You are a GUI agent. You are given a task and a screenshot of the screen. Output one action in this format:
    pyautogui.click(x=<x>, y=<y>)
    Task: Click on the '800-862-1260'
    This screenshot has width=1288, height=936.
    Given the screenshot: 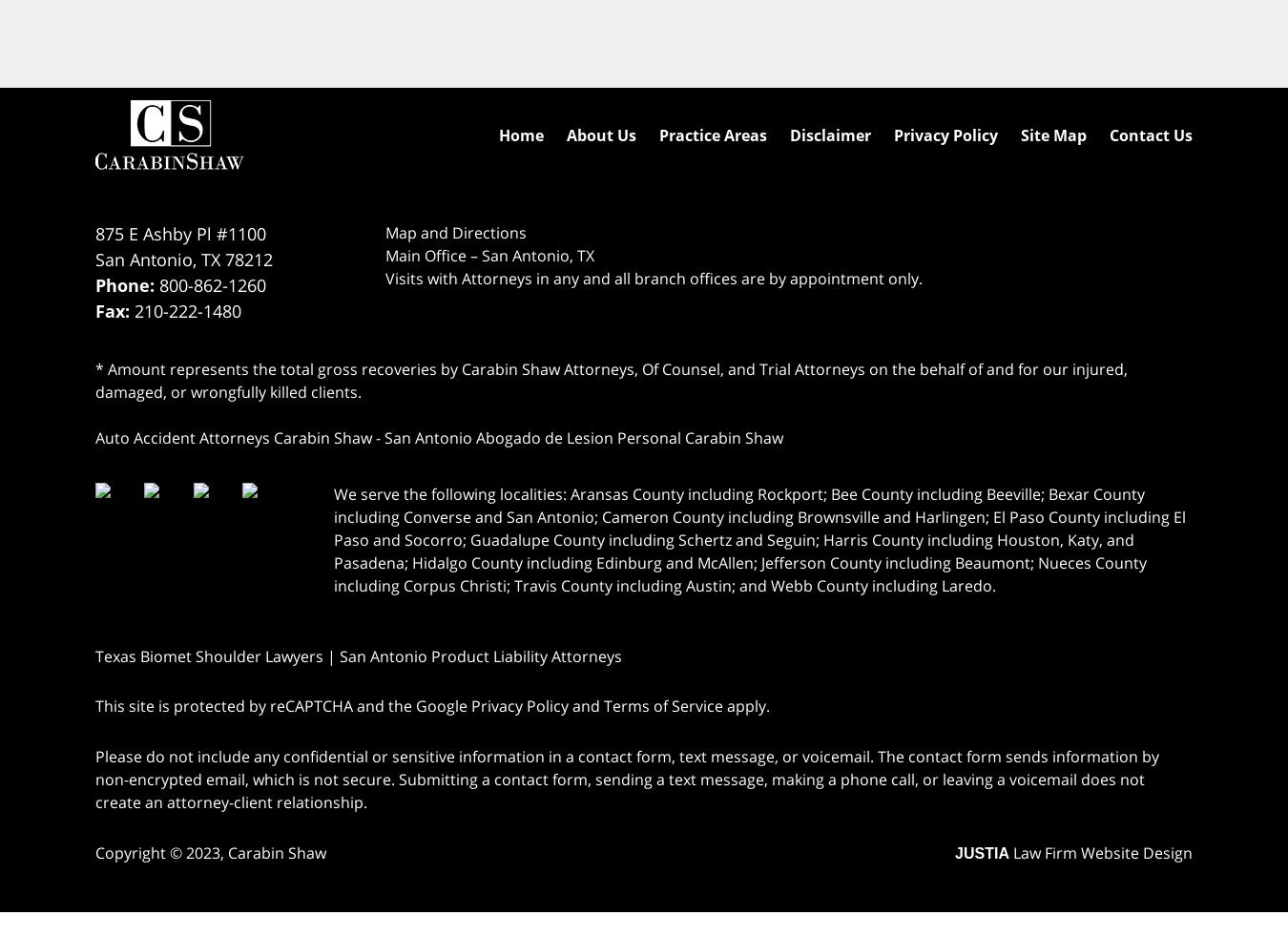 What is the action you would take?
    pyautogui.click(x=213, y=283)
    